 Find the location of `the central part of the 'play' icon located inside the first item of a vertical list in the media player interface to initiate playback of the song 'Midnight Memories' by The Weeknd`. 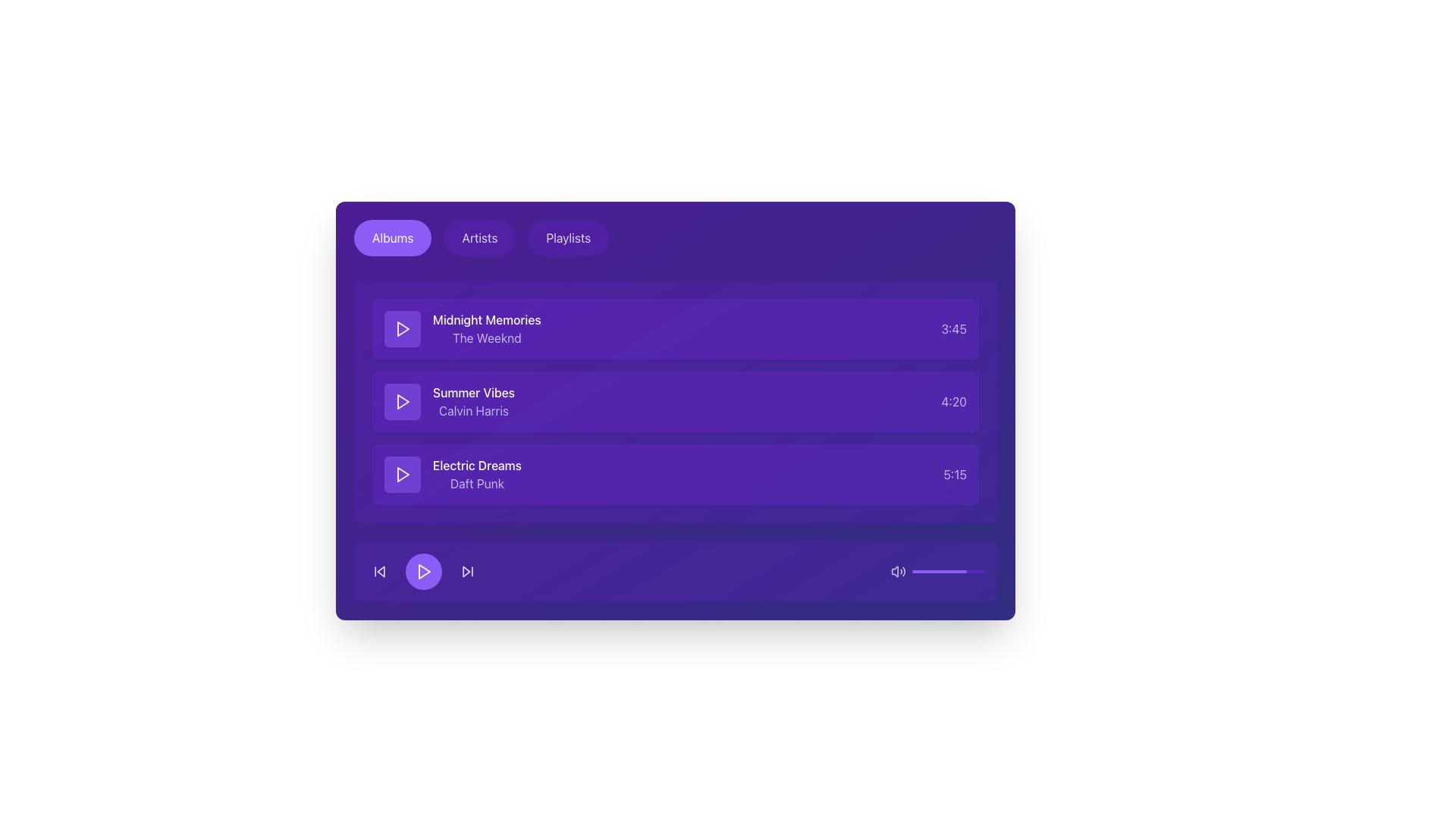

the central part of the 'play' icon located inside the first item of a vertical list in the media player interface to initiate playback of the song 'Midnight Memories' by The Weeknd is located at coordinates (403, 328).